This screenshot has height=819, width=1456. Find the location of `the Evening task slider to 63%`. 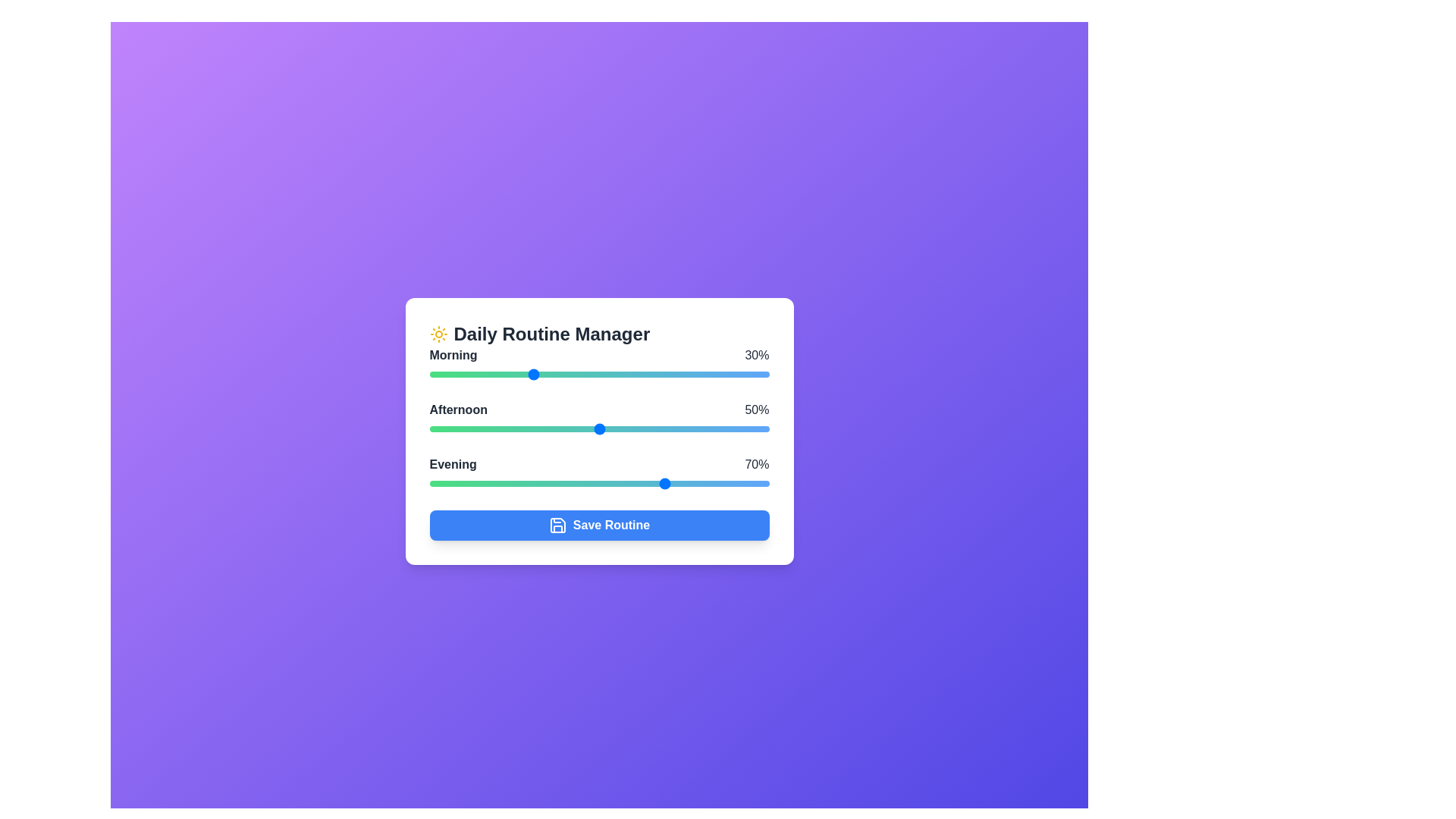

the Evening task slider to 63% is located at coordinates (643, 483).